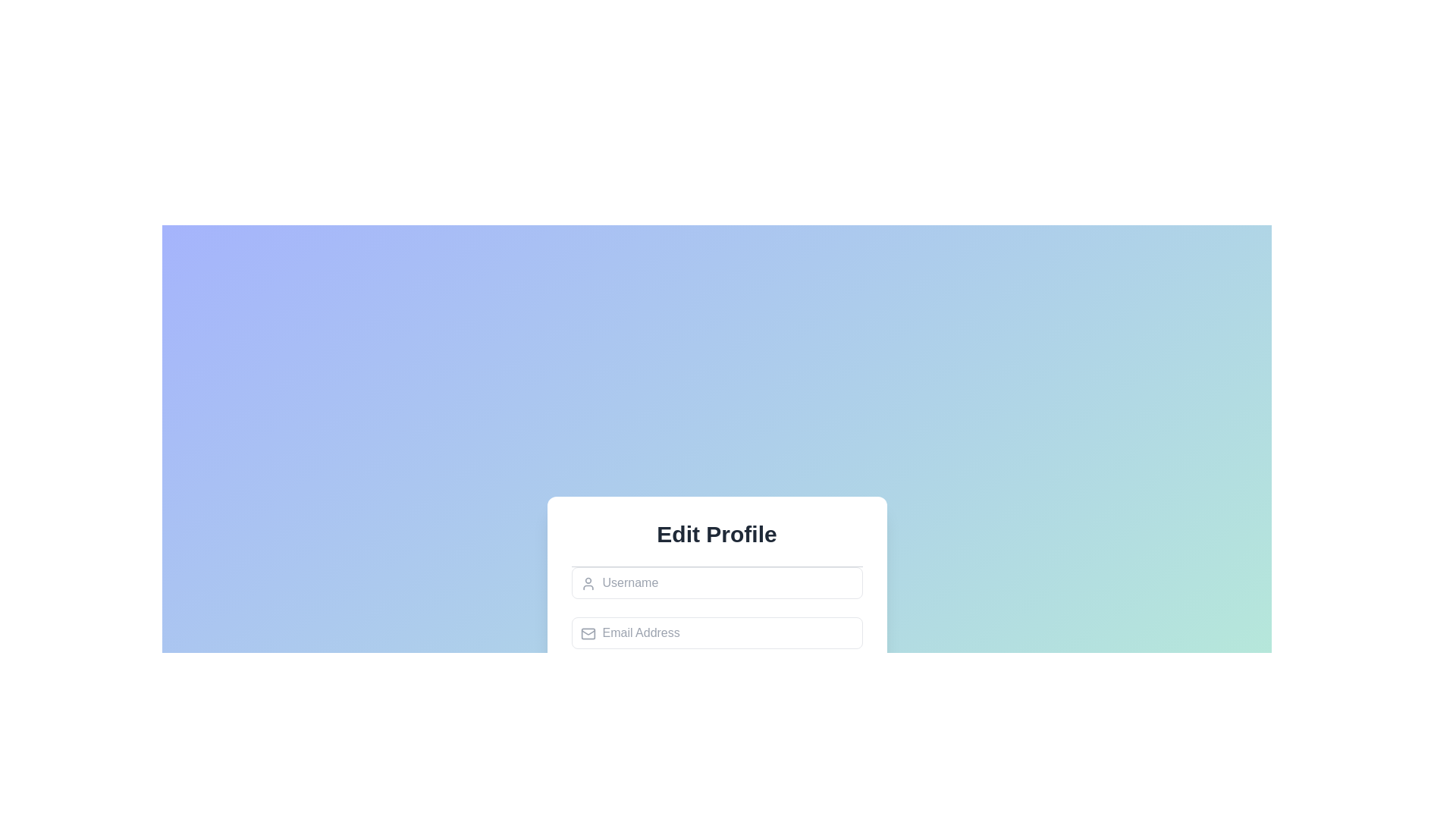  I want to click on the gray minimalist user icon located to the left inside the 'Username' input field, so click(587, 583).